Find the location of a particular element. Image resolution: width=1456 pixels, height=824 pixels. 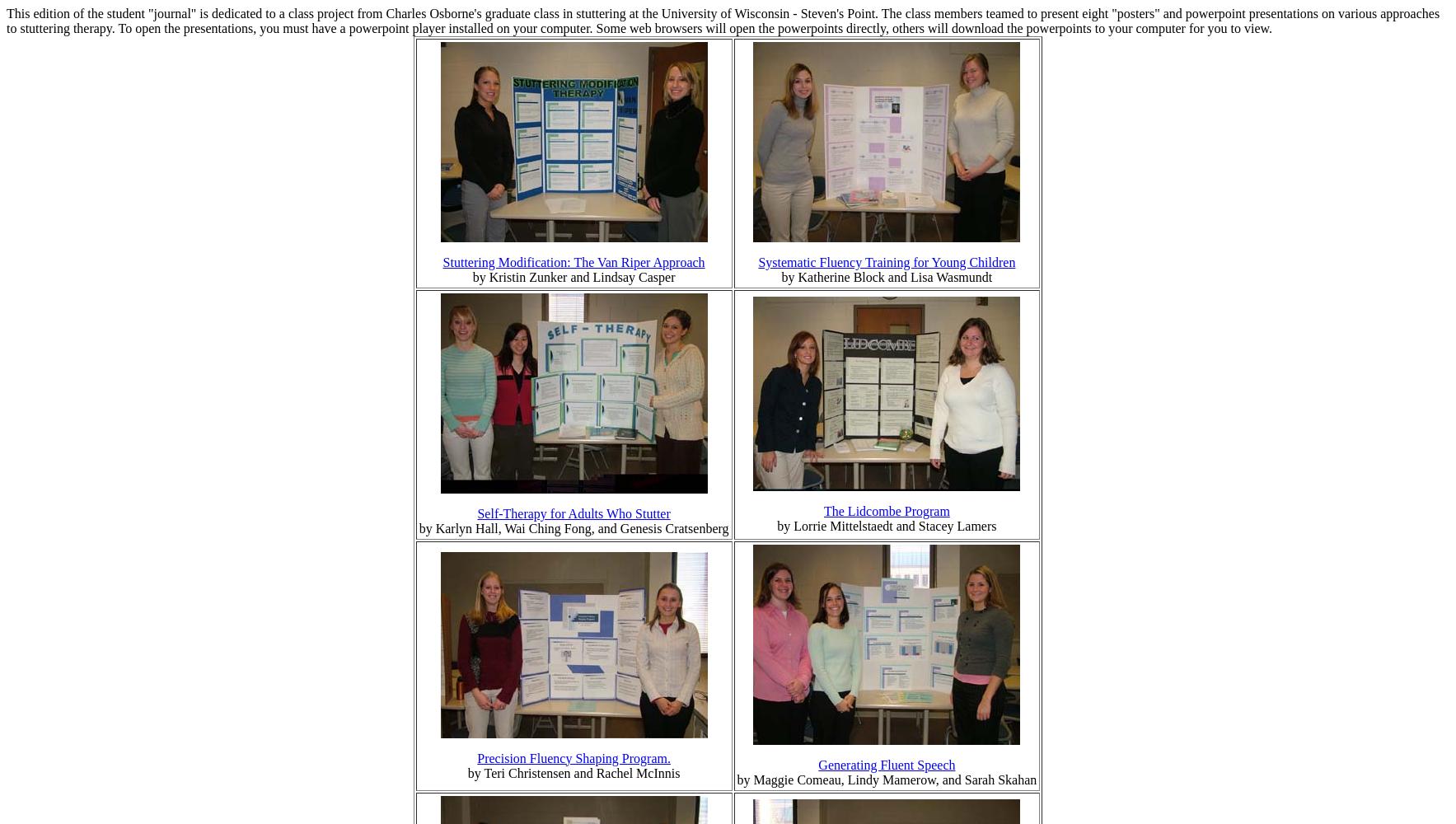

'The Lidcombe Program' is located at coordinates (886, 509).